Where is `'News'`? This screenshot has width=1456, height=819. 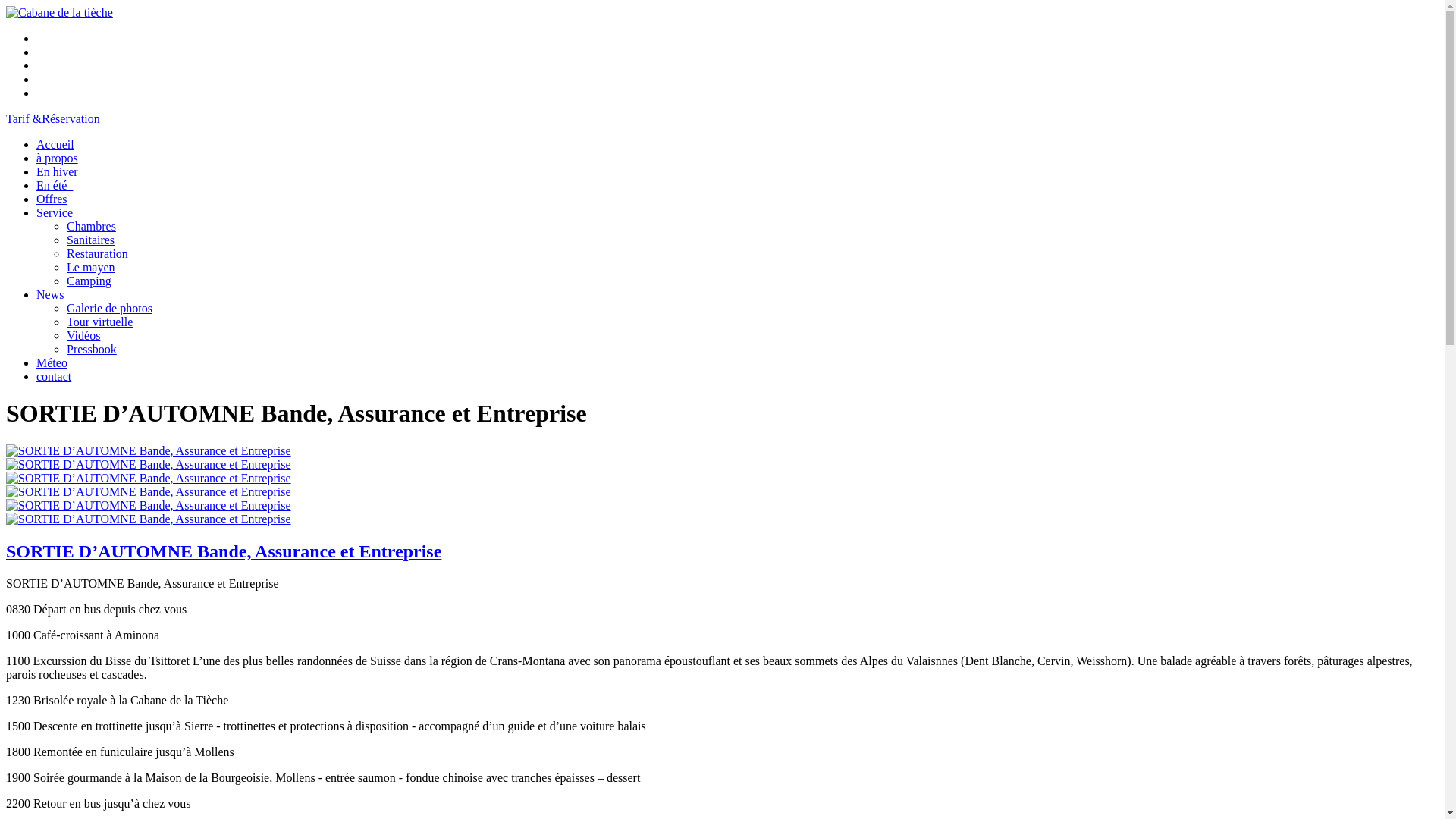 'News' is located at coordinates (50, 294).